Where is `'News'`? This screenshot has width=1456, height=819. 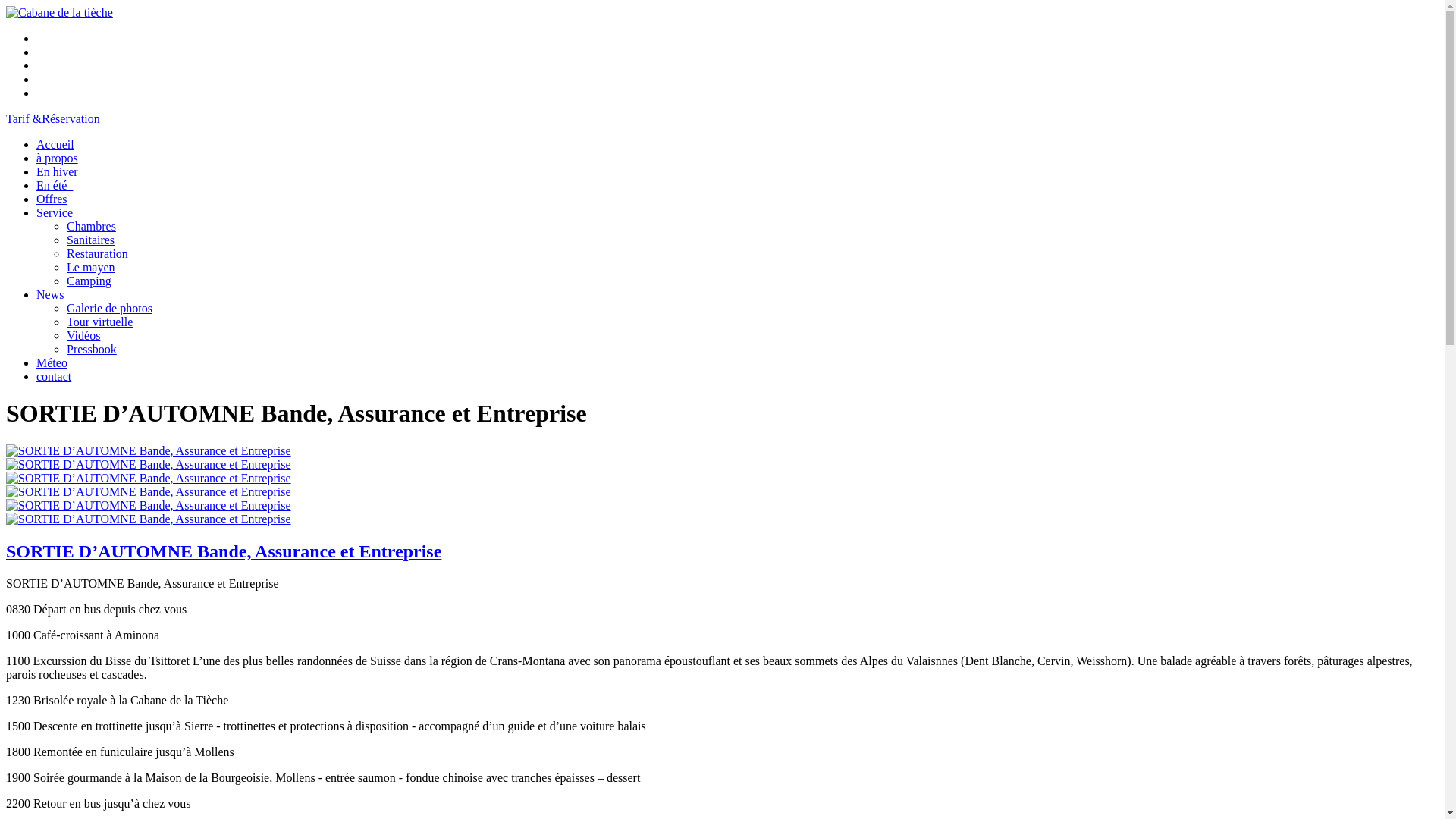 'News' is located at coordinates (50, 294).